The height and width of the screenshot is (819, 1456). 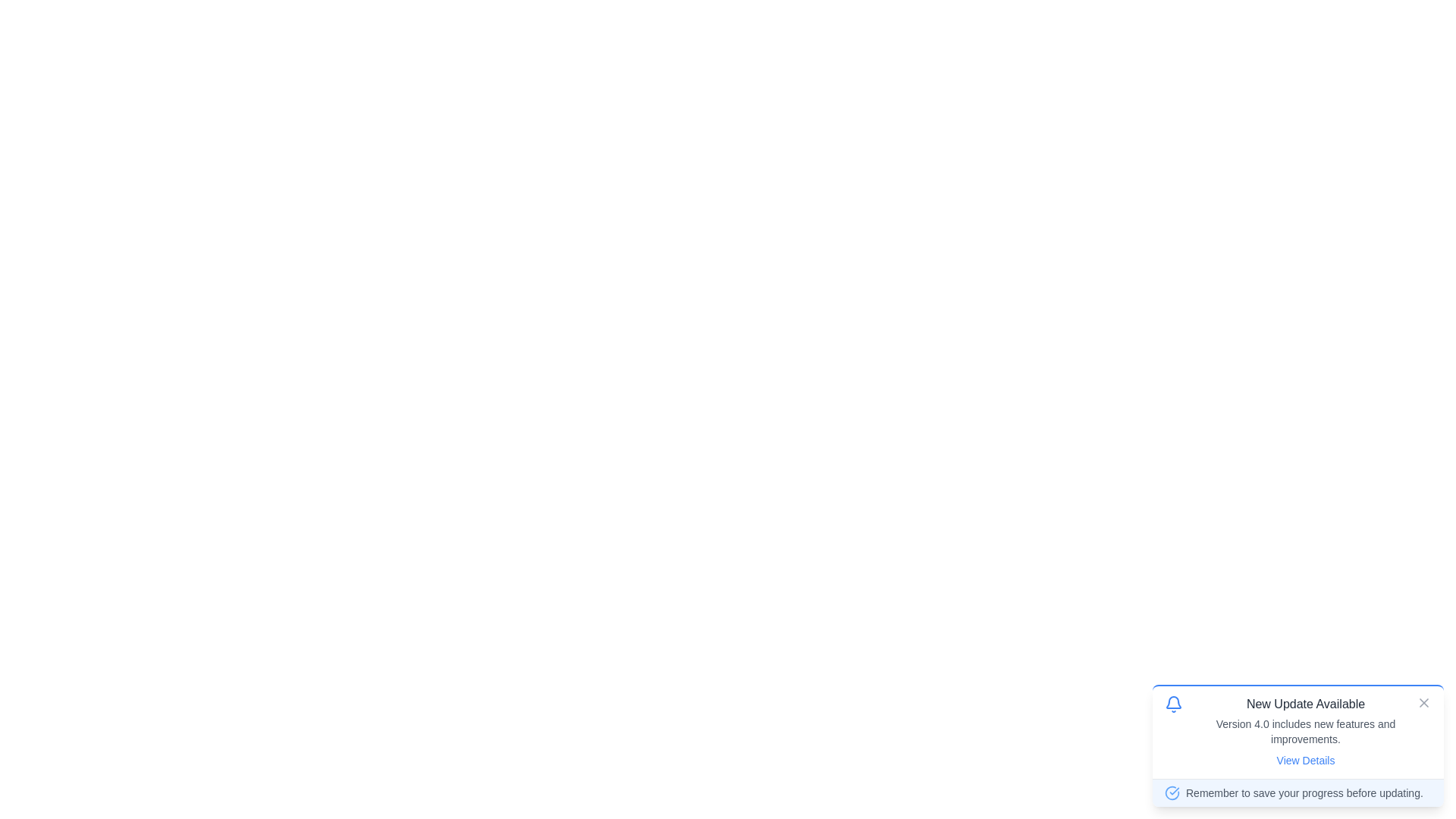 I want to click on the blue-colored text link labeled 'View Details' located under the notification panel, so click(x=1305, y=760).